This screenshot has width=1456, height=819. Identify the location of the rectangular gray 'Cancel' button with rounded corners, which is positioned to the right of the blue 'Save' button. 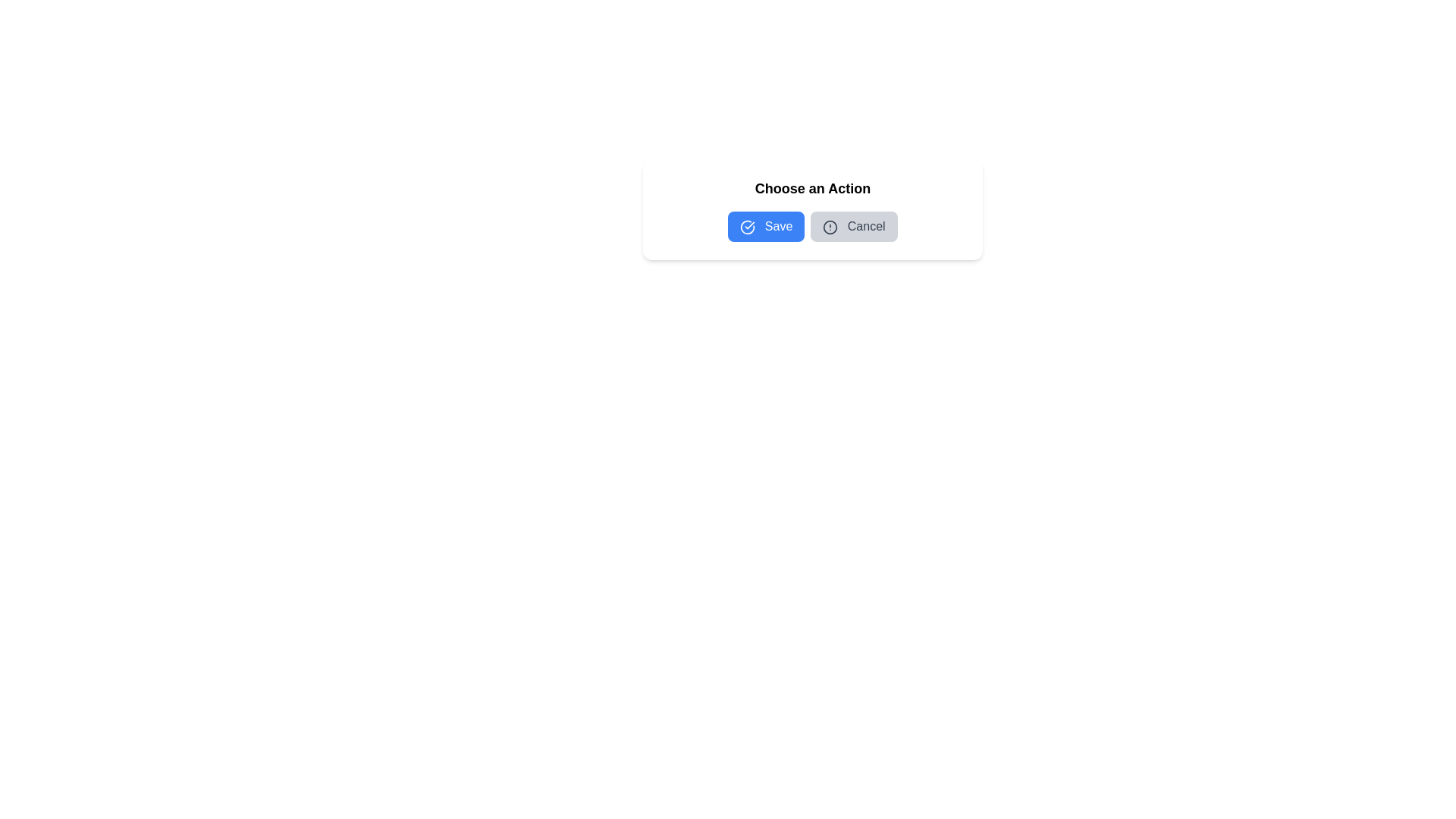
(854, 227).